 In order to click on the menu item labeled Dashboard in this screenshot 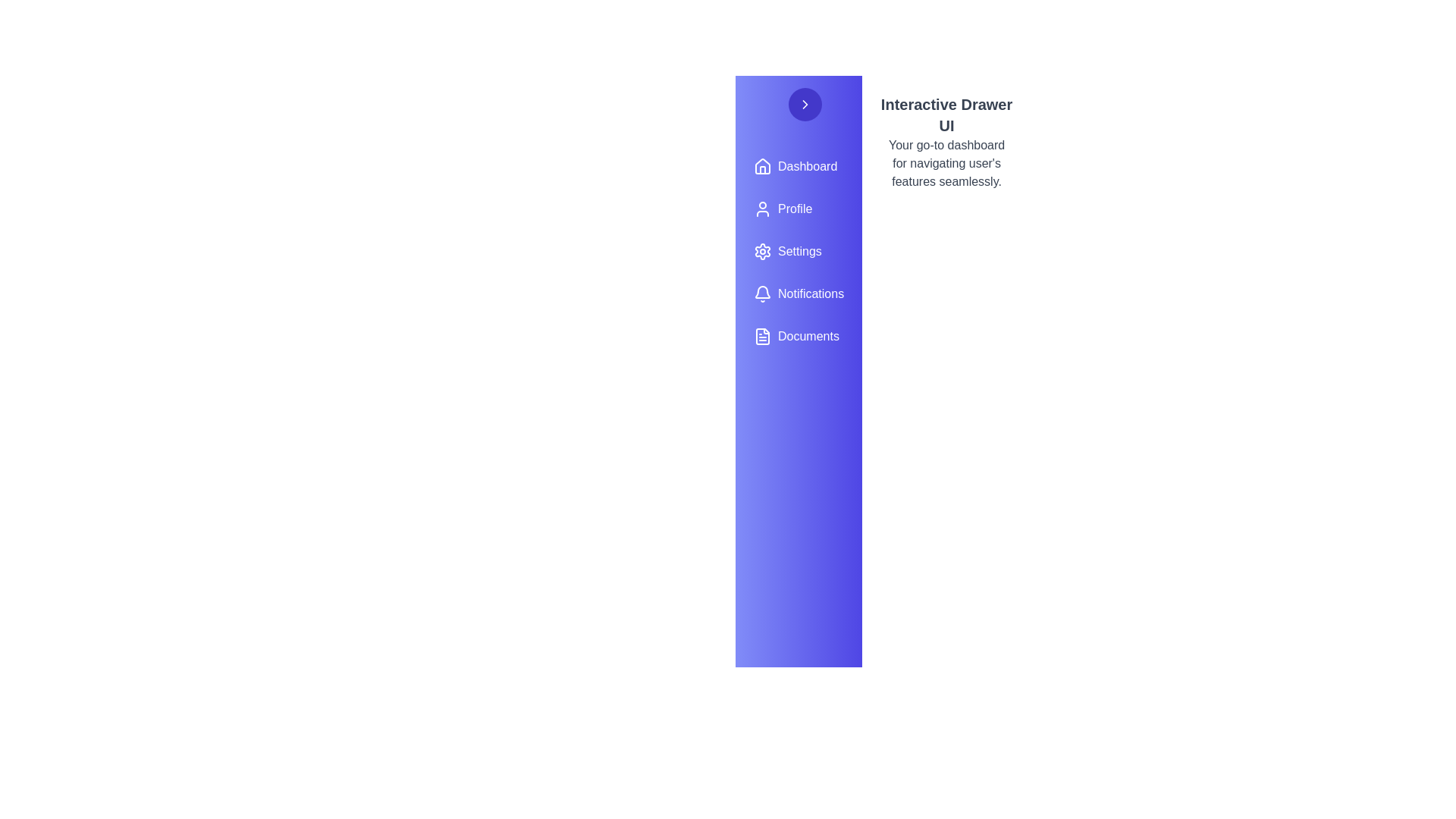, I will do `click(798, 166)`.